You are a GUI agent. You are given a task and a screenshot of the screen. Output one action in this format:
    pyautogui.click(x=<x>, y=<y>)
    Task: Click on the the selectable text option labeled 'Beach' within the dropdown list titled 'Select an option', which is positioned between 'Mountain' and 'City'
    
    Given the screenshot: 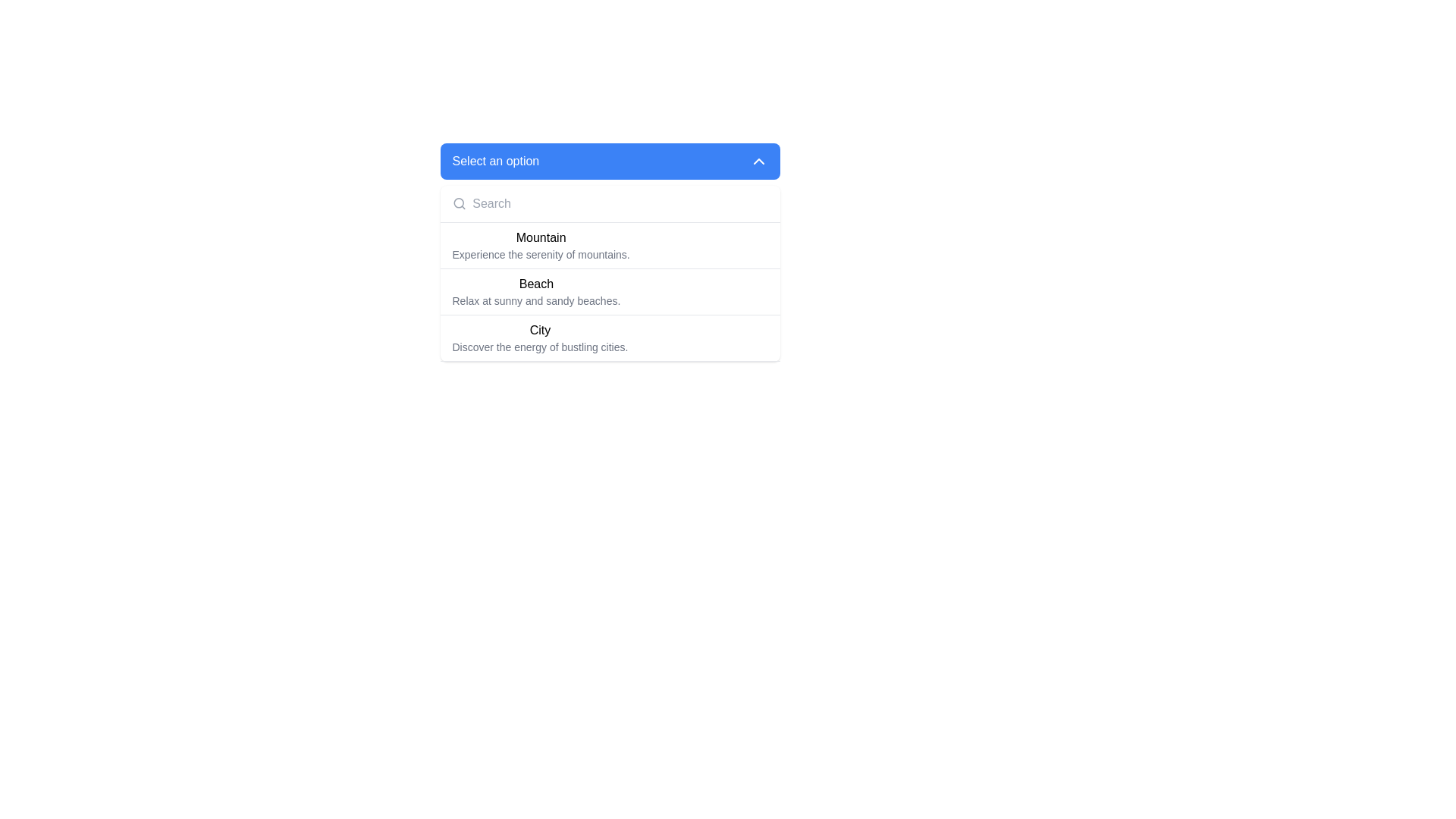 What is the action you would take?
    pyautogui.click(x=536, y=292)
    